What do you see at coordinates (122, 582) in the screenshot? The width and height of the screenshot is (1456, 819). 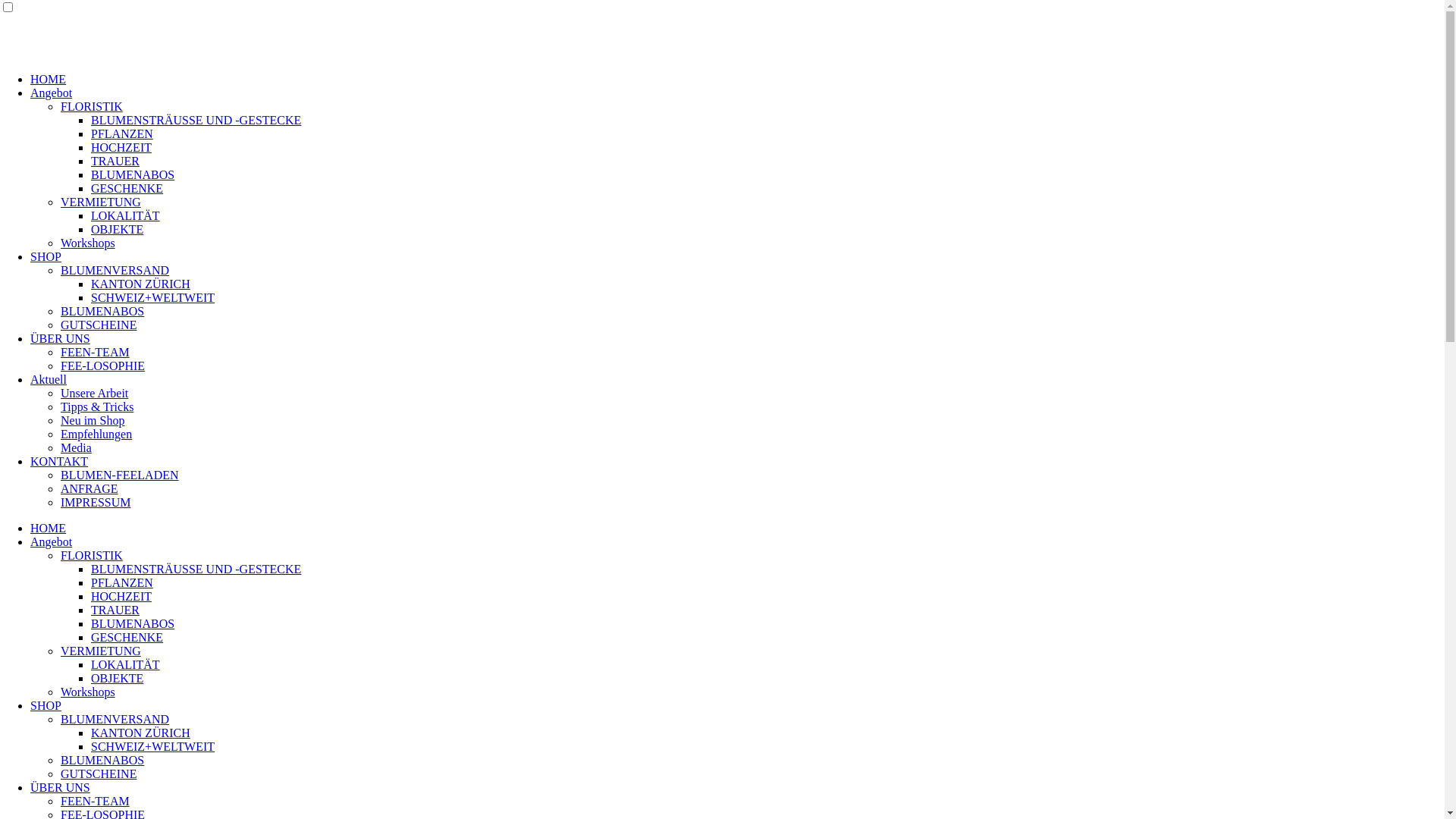 I see `'PFLANZEN'` at bounding box center [122, 582].